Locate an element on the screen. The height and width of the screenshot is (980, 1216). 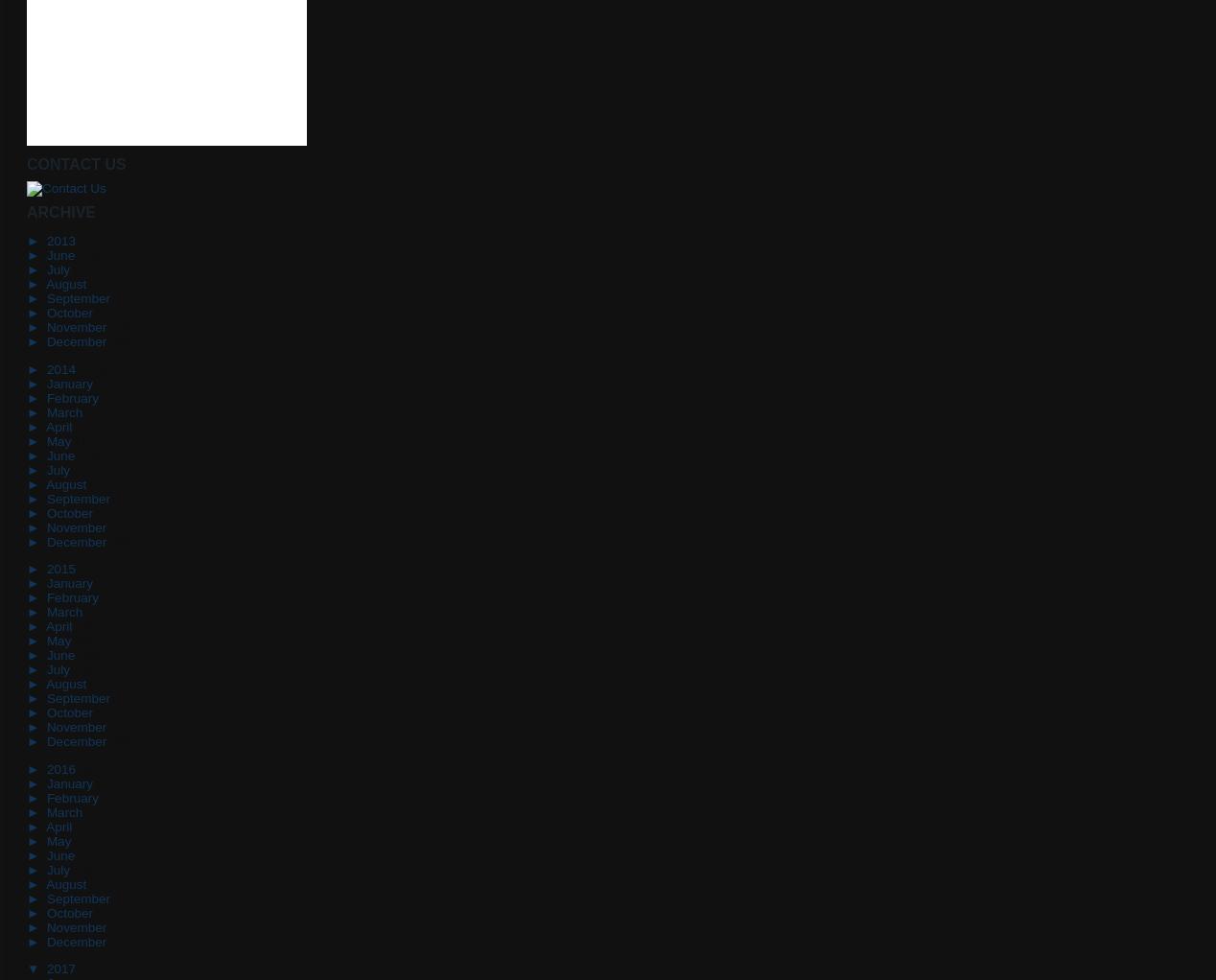
'(11)' is located at coordinates (73, 439).